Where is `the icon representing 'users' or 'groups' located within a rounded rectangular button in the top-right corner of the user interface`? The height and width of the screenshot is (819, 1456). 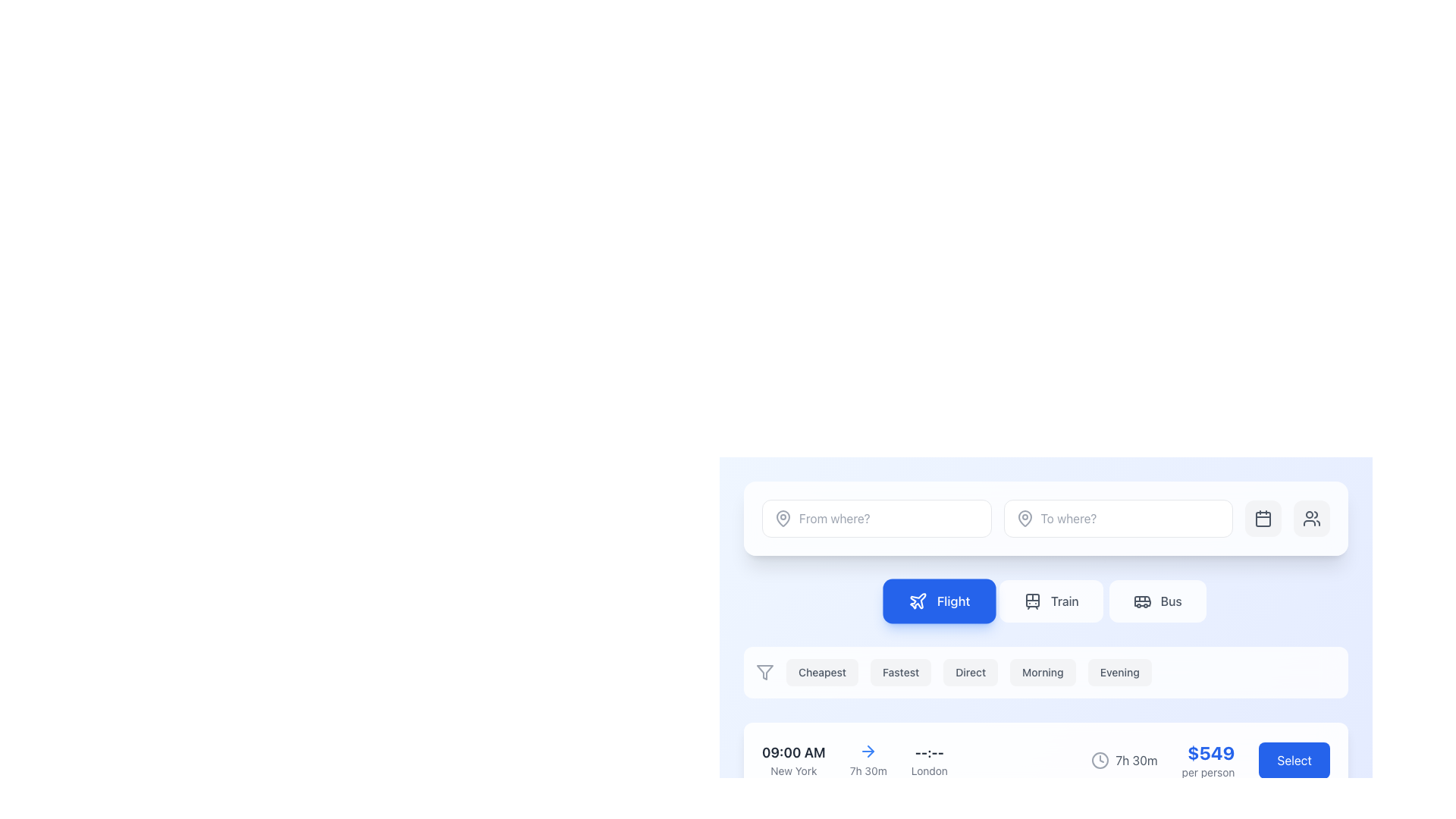
the icon representing 'users' or 'groups' located within a rounded rectangular button in the top-right corner of the user interface is located at coordinates (1310, 517).